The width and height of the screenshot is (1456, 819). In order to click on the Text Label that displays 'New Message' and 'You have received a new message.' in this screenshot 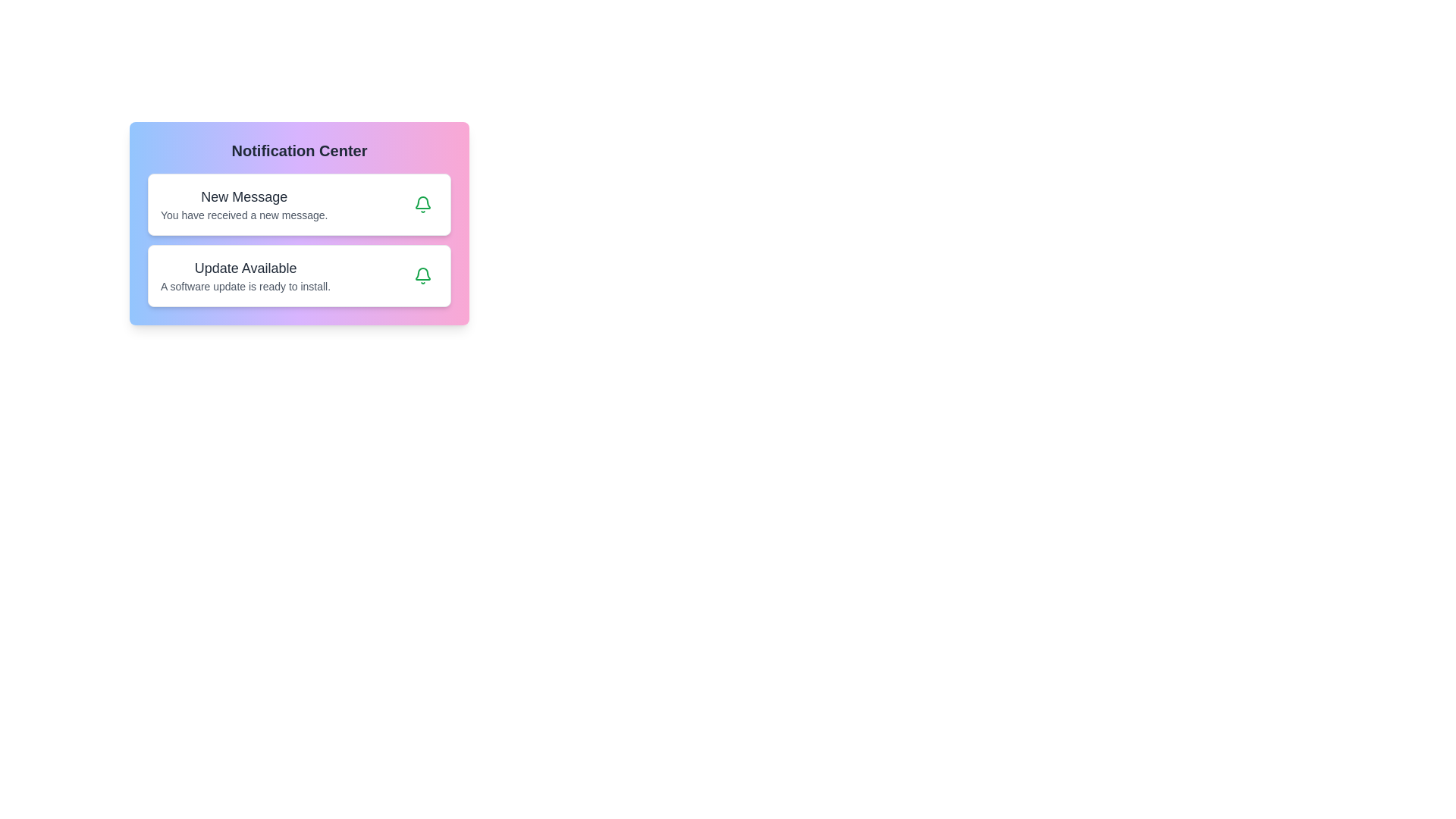, I will do `click(244, 205)`.